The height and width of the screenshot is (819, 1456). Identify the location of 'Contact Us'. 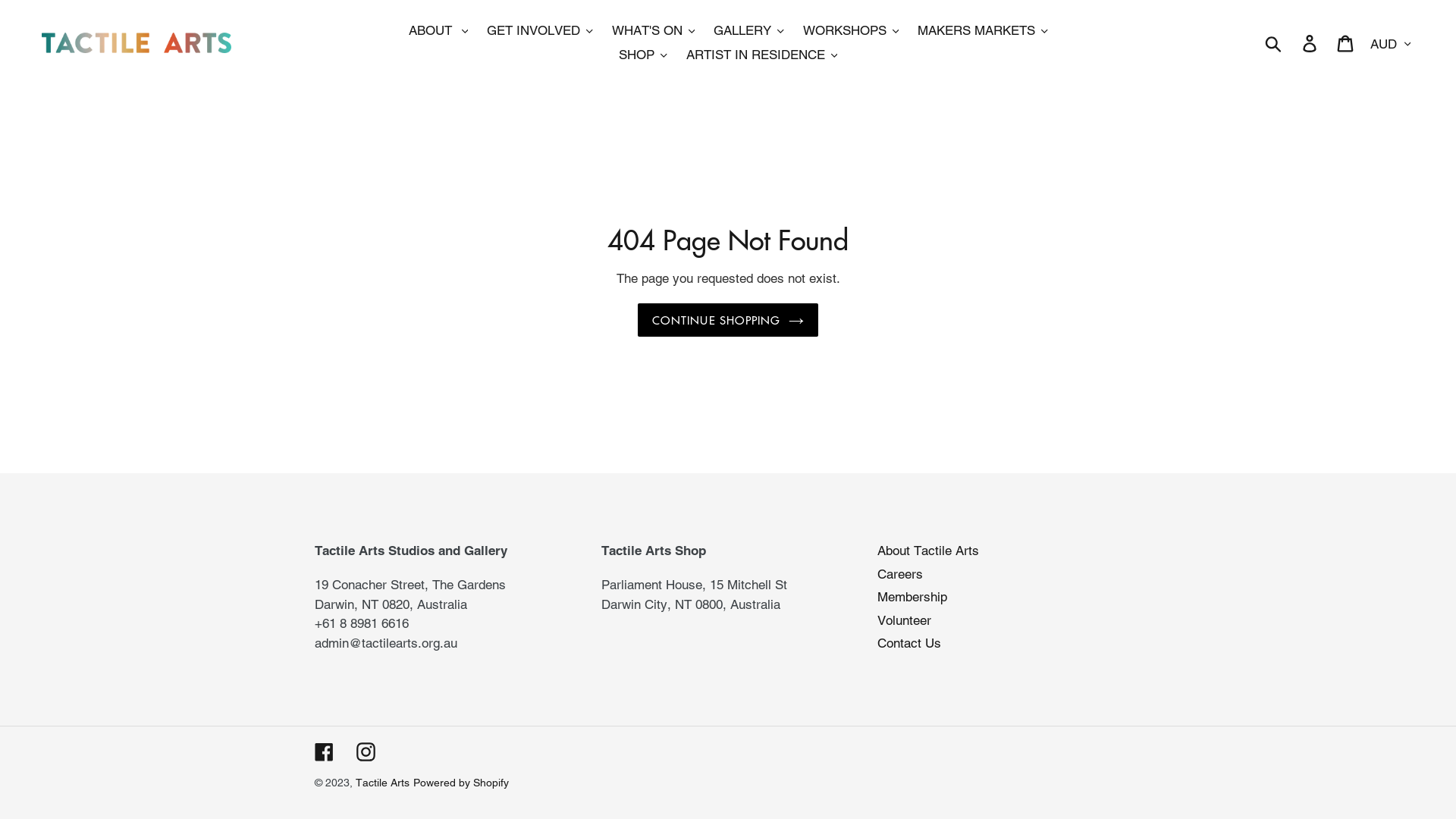
(909, 643).